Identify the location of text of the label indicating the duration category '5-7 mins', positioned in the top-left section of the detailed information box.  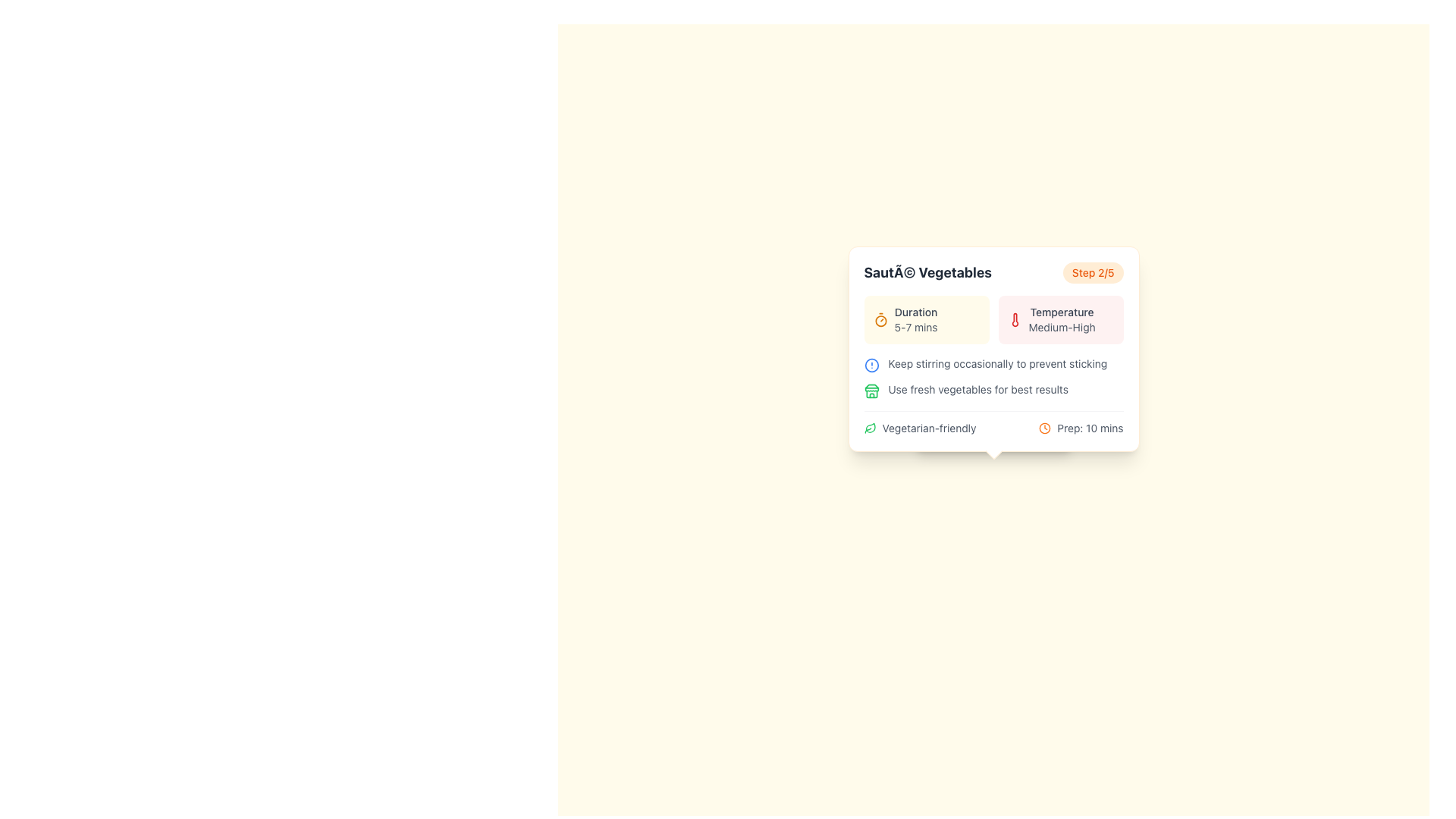
(915, 312).